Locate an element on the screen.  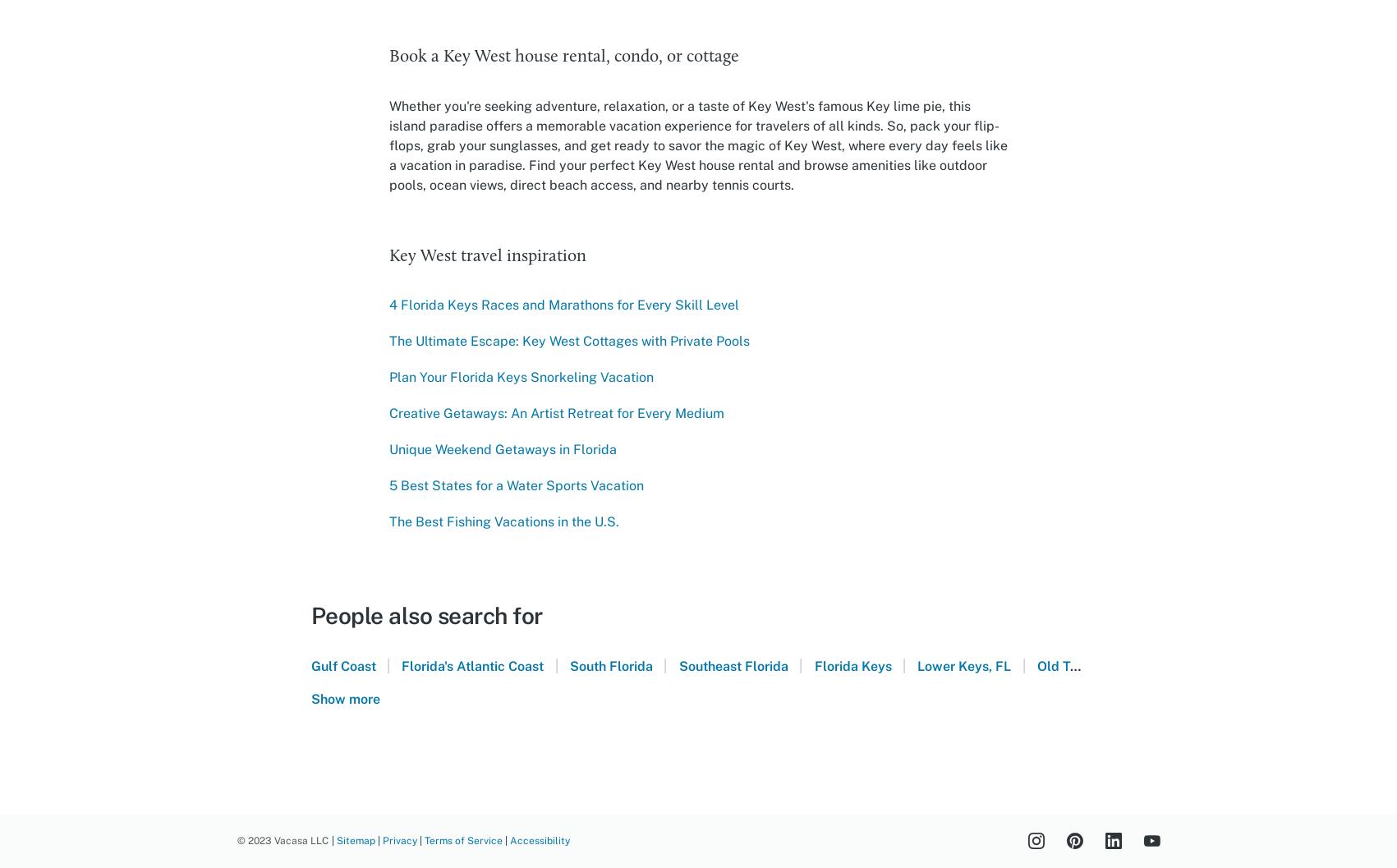
'Plan Your Florida Keys Snorkeling Vacation' is located at coordinates (519, 377).